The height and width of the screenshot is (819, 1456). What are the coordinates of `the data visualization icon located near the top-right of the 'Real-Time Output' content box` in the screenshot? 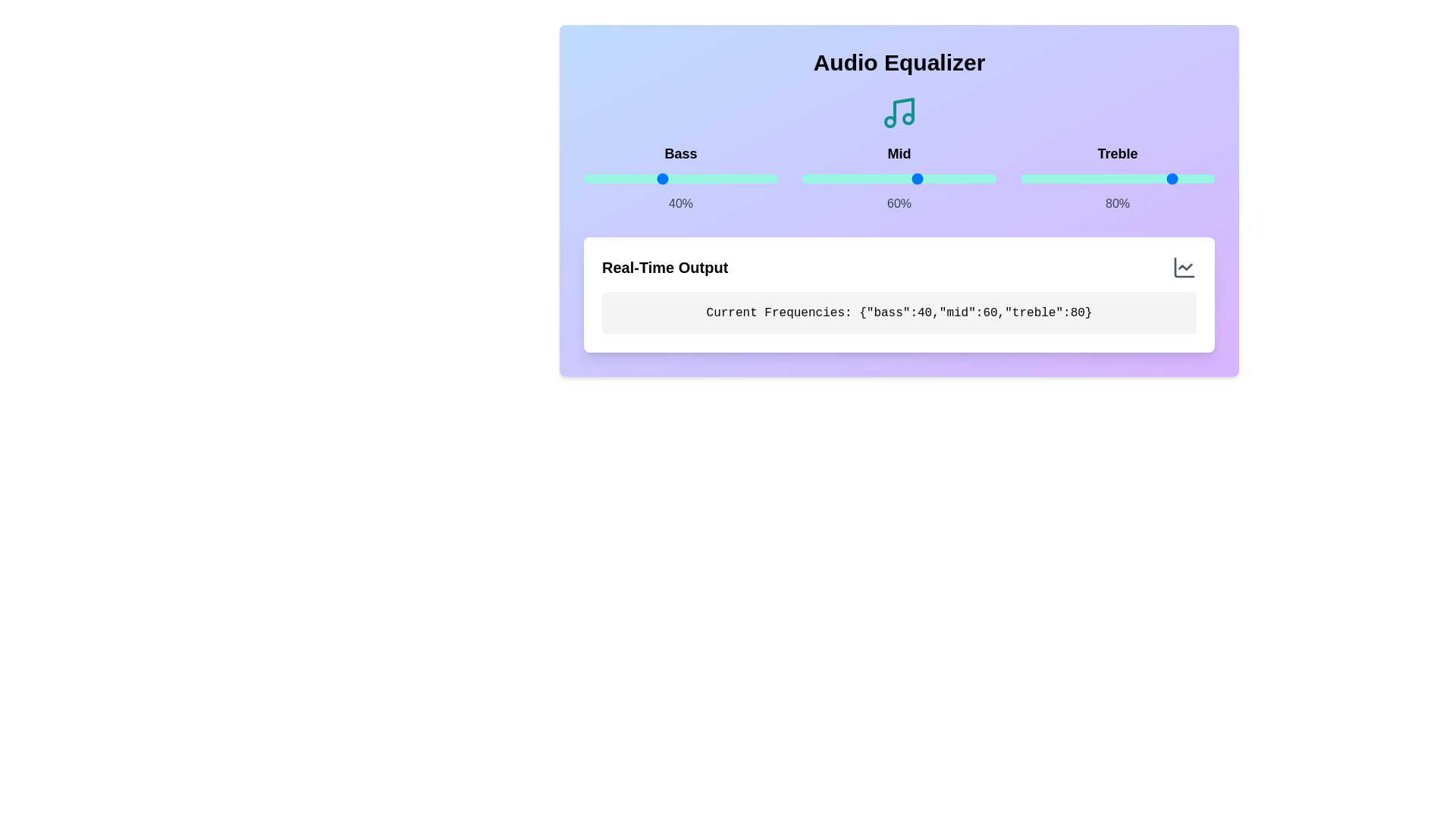 It's located at (1183, 267).